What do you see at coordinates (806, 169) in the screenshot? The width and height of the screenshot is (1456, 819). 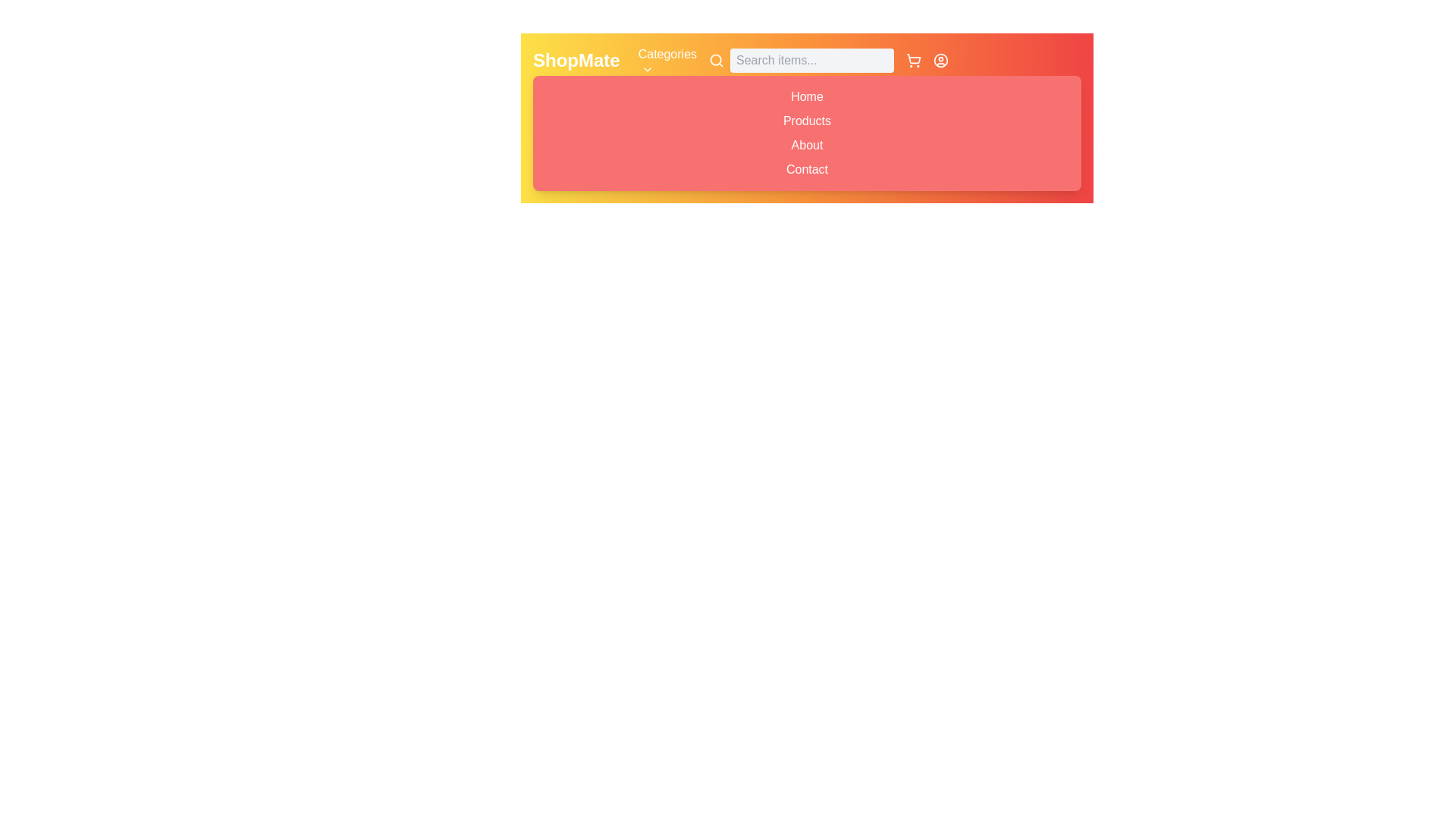 I see `the 'Contact' text hyperlink, which is the fourth item in a vertical list` at bounding box center [806, 169].